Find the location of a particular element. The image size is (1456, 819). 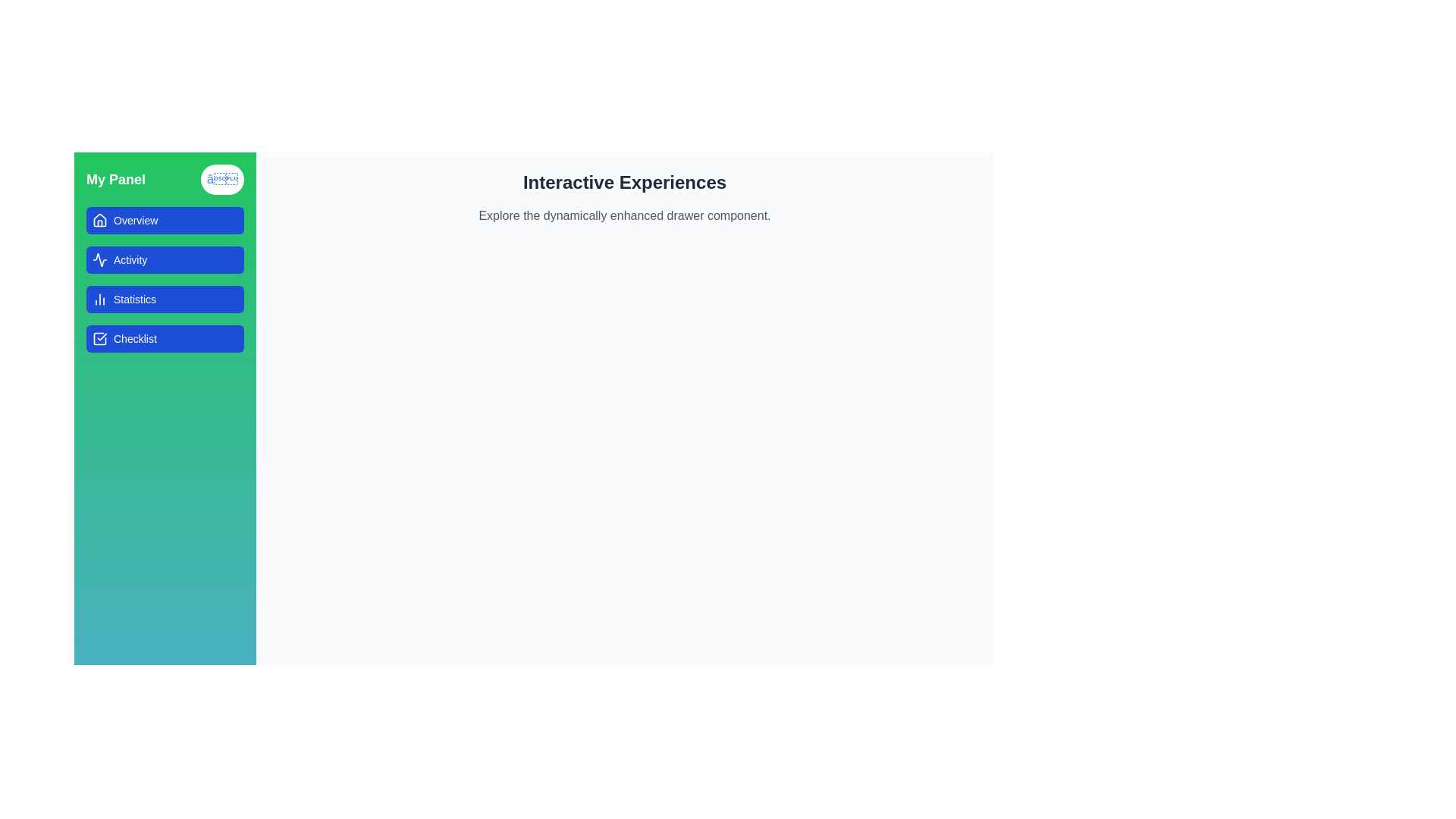

the waveform-like SVG Icon representing the 'Activity' navigation option in the sidebar menu is located at coordinates (99, 259).